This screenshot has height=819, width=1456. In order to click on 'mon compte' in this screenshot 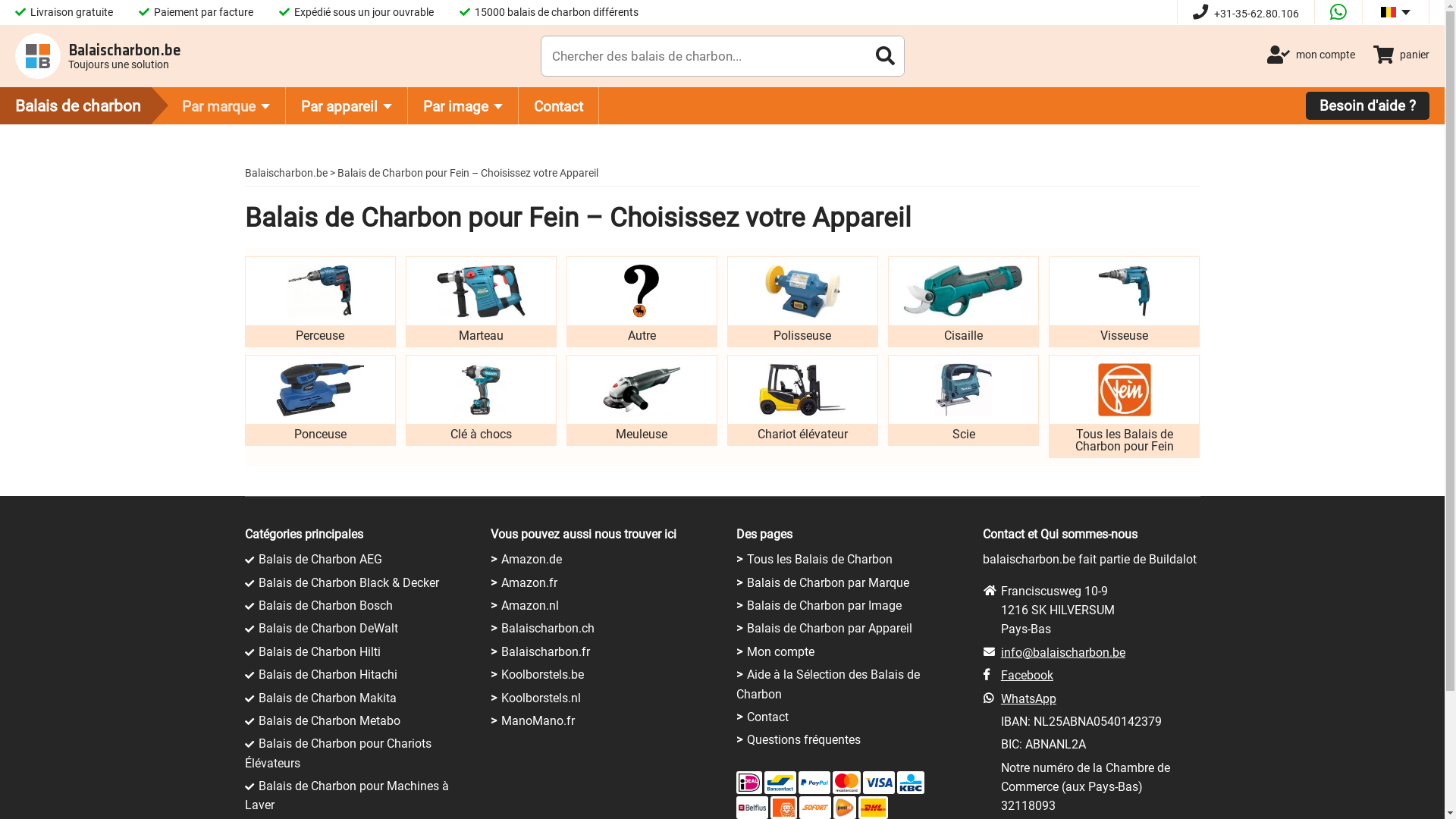, I will do `click(1310, 54)`.